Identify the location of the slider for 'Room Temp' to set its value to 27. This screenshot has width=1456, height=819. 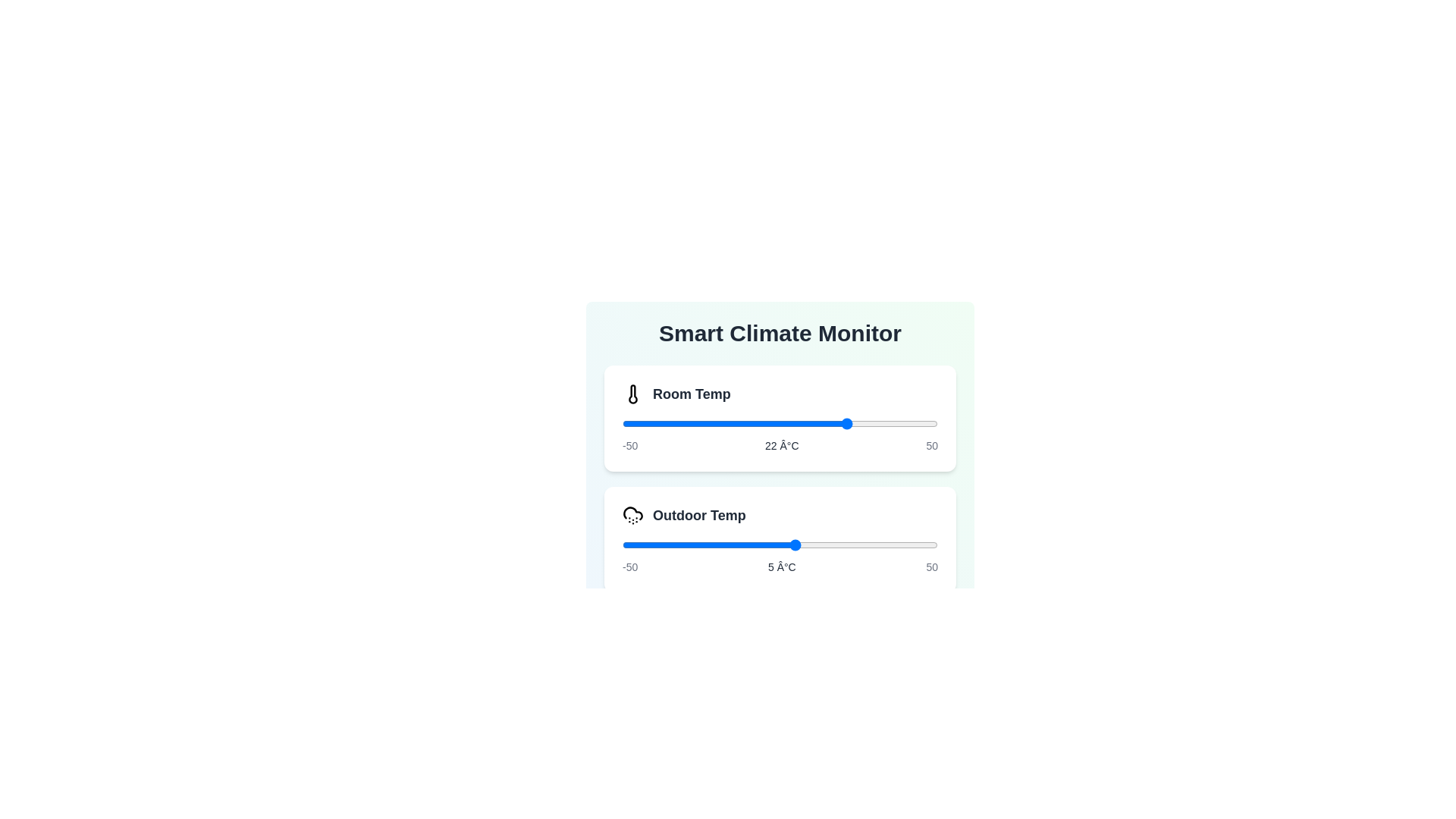
(865, 424).